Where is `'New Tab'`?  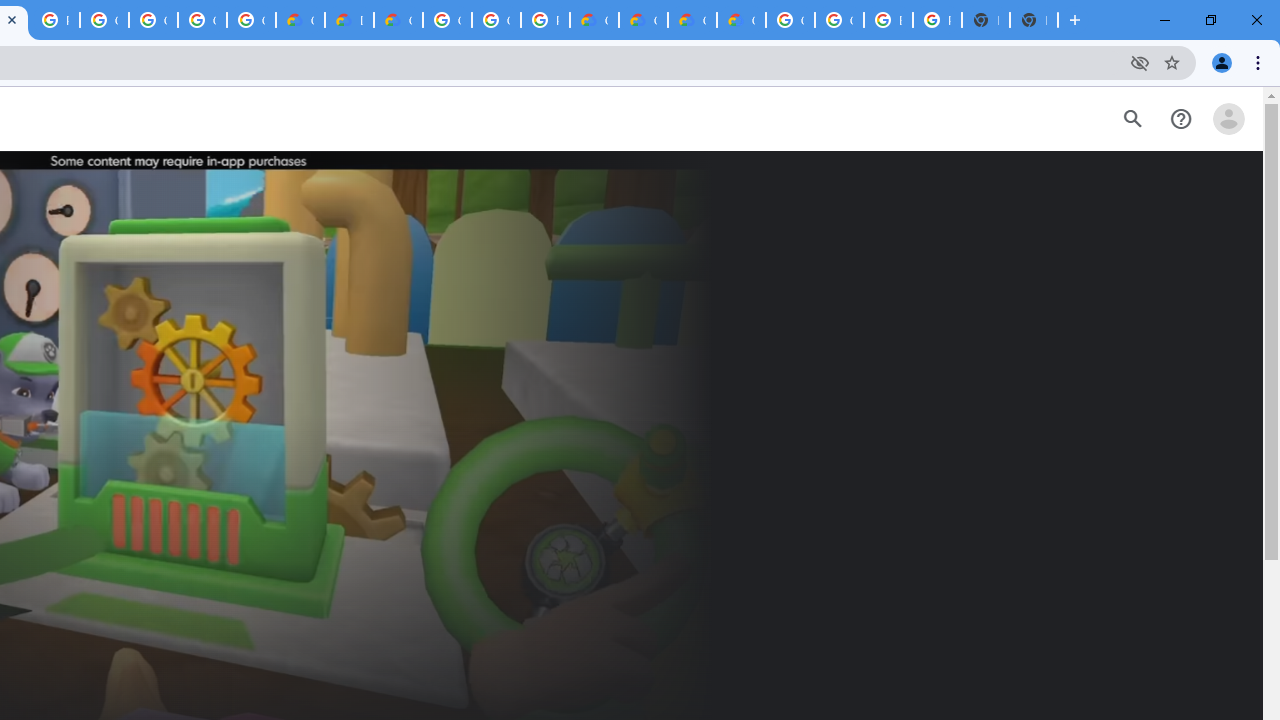 'New Tab' is located at coordinates (1034, 20).